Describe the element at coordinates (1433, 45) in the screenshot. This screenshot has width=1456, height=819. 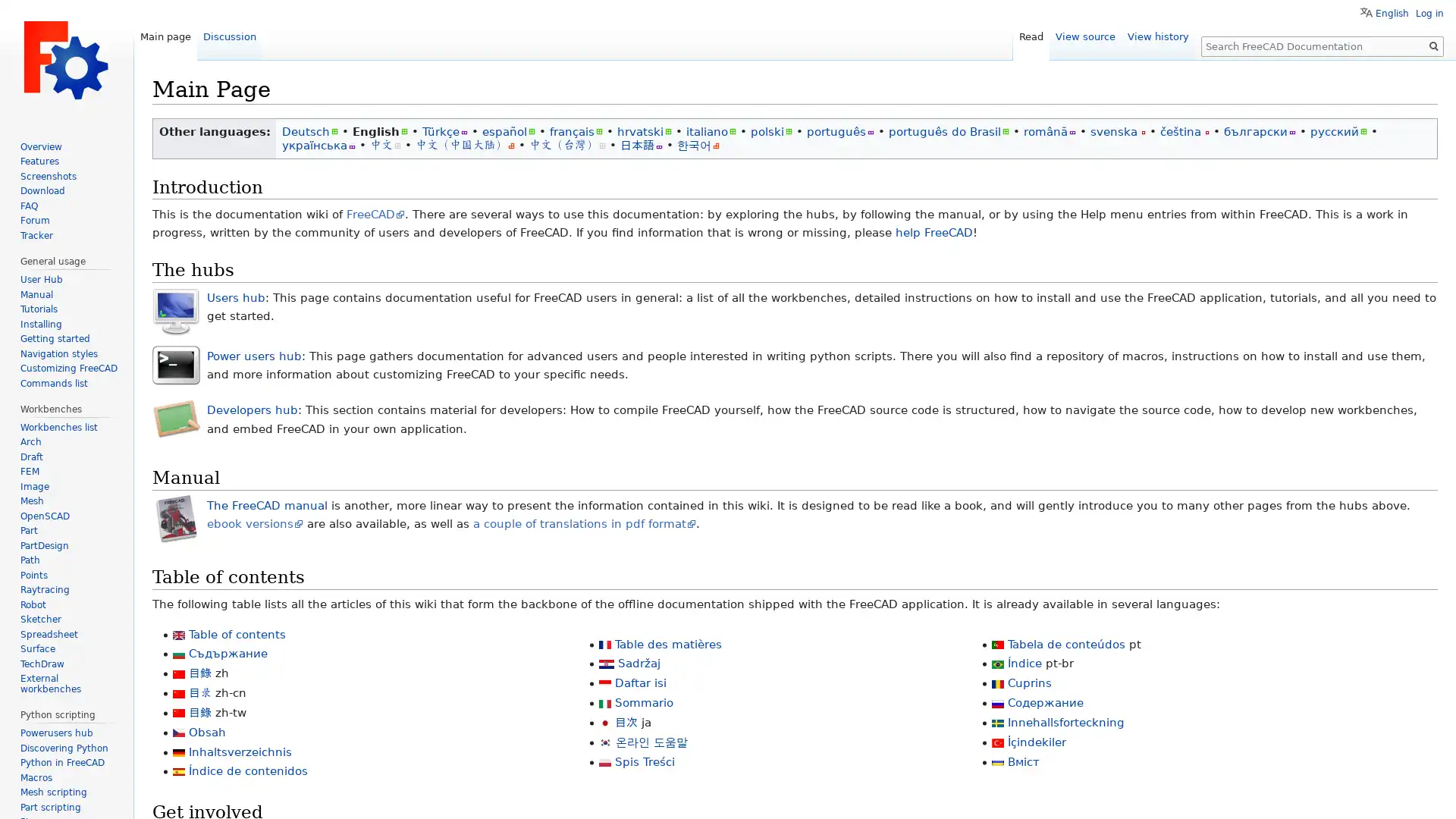
I see `Search` at that location.